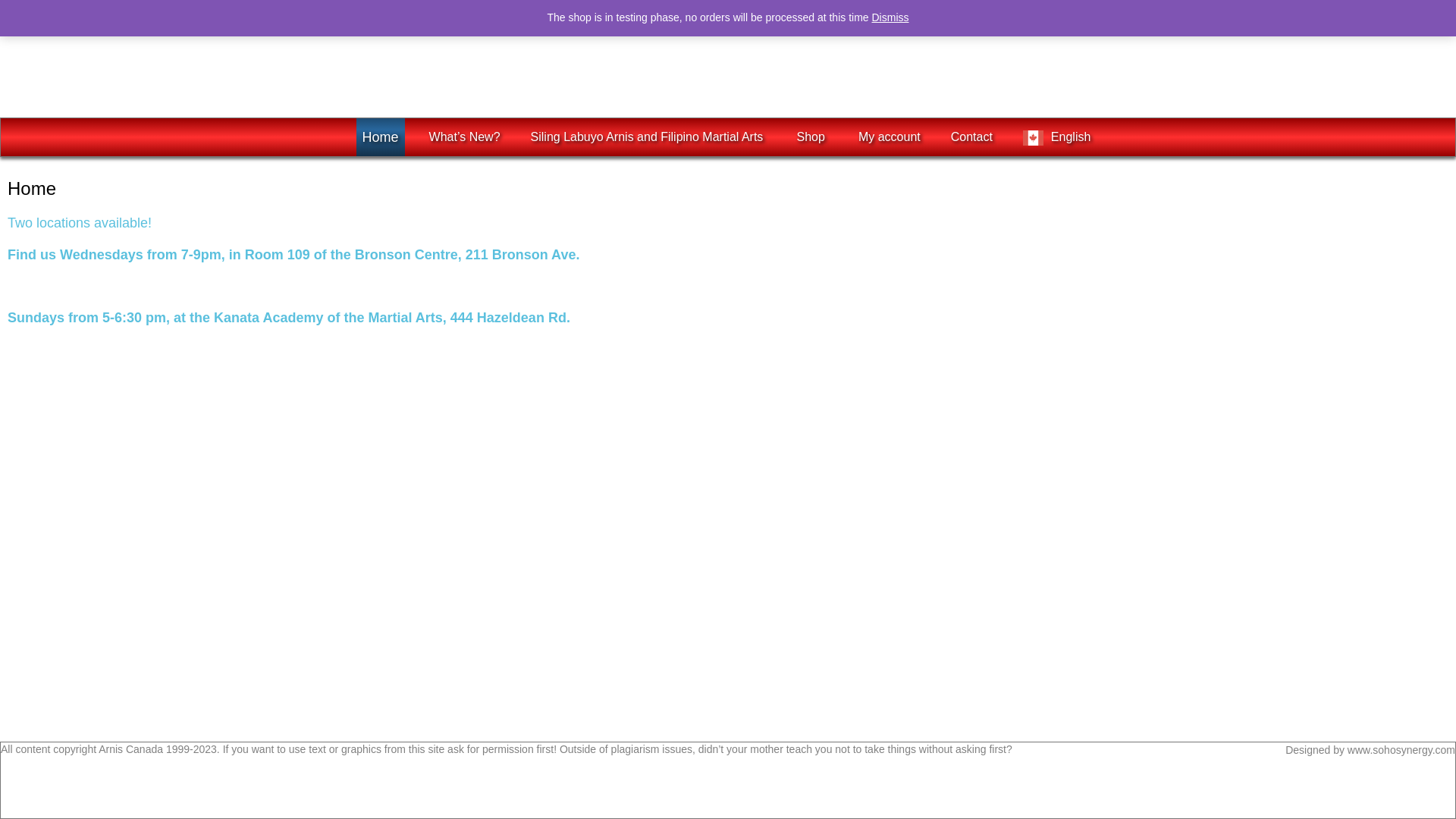 This screenshot has height=819, width=1456. What do you see at coordinates (1058, 137) in the screenshot?
I see `'English'` at bounding box center [1058, 137].